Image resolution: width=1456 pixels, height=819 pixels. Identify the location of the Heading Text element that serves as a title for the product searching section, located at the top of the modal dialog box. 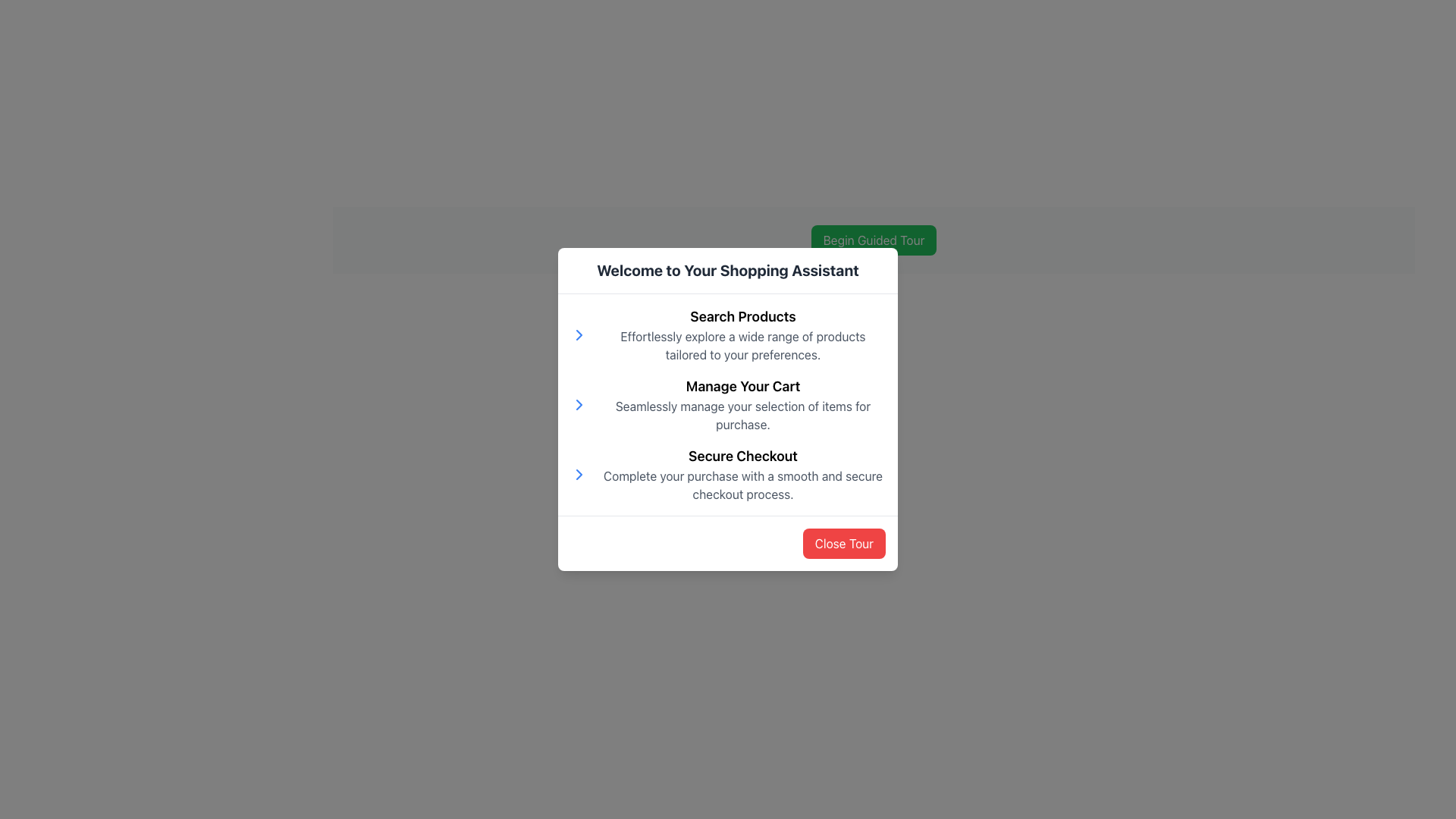
(742, 315).